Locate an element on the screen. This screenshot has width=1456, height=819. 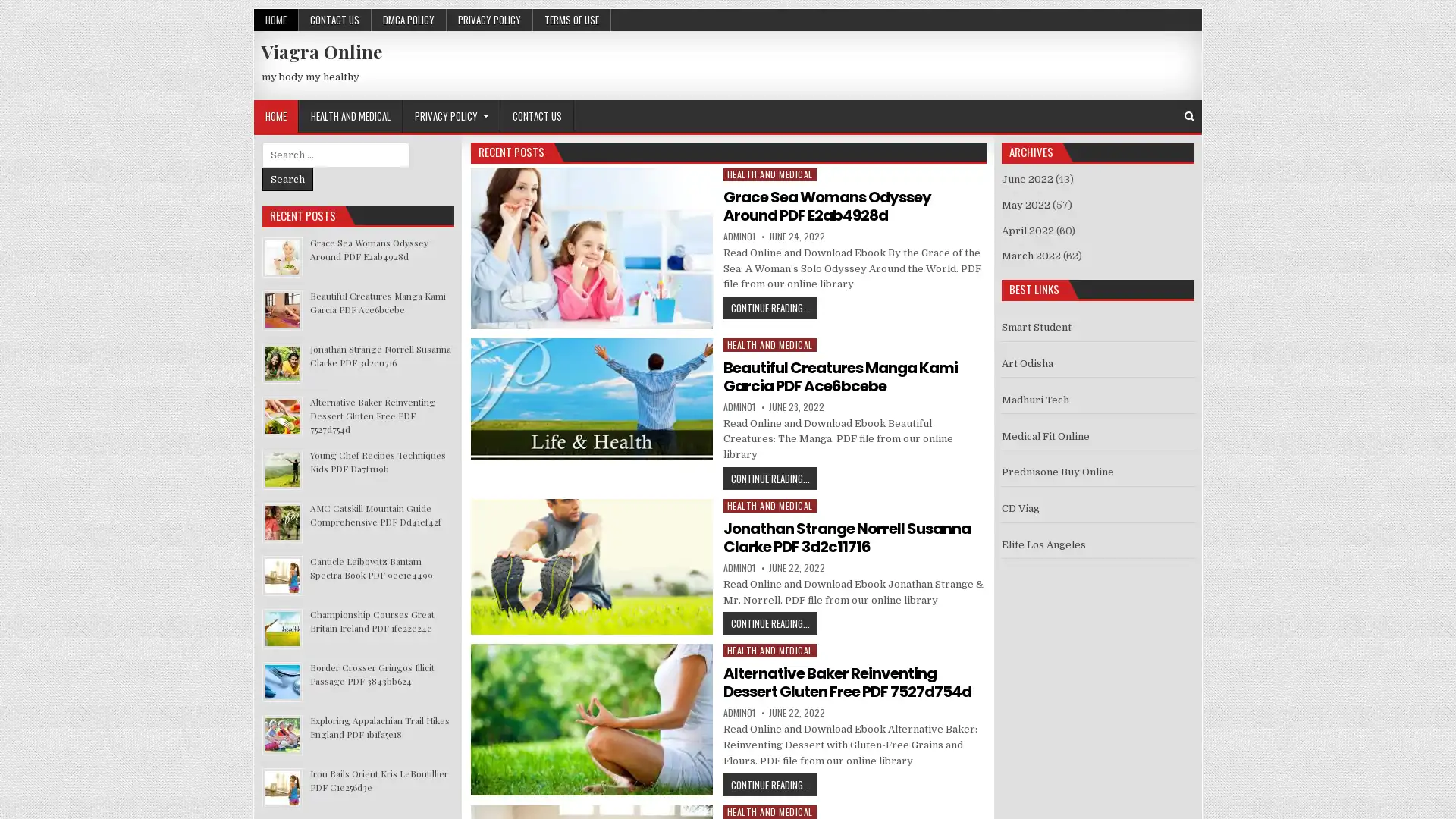
Search is located at coordinates (287, 178).